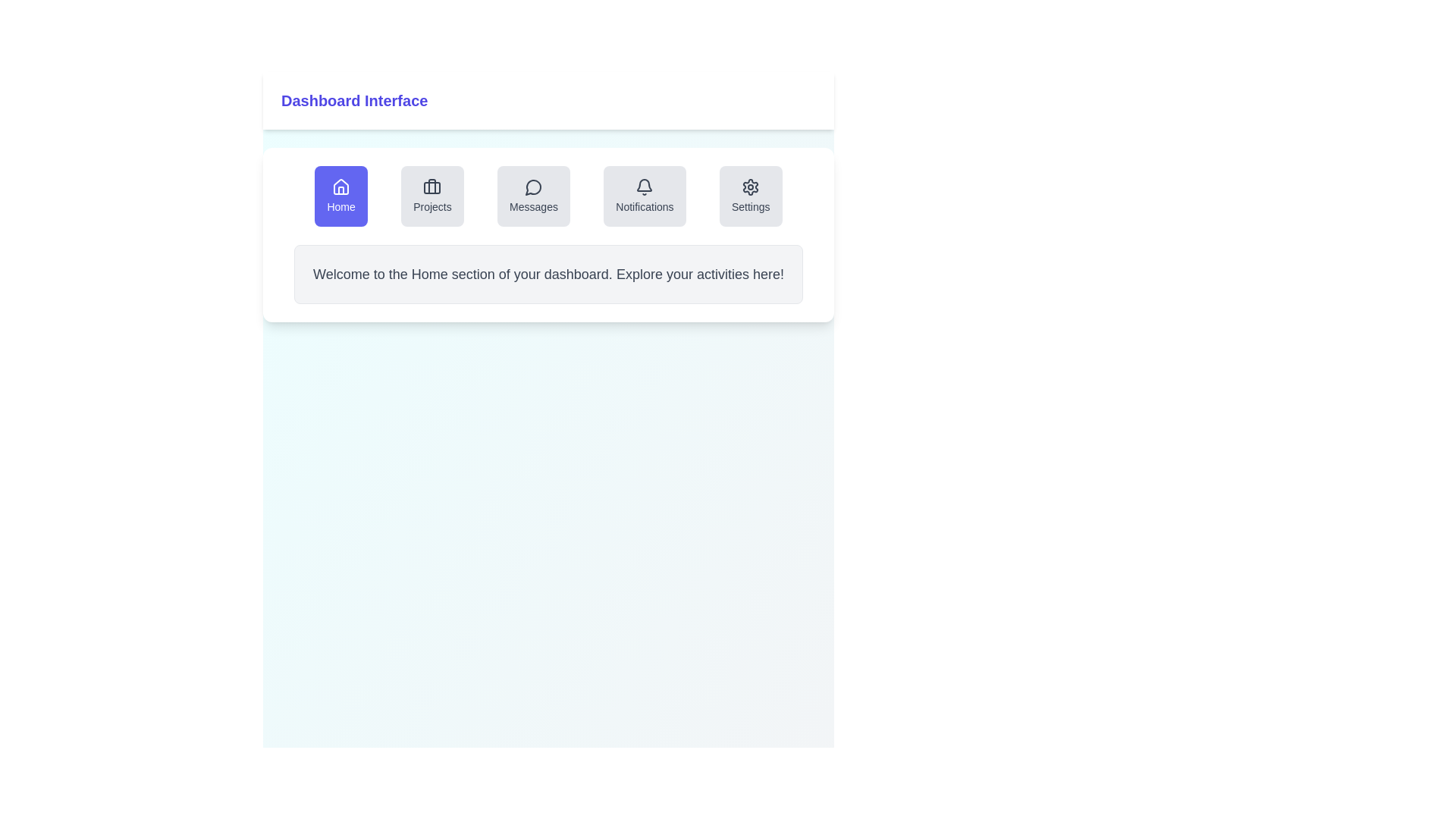 The height and width of the screenshot is (819, 1456). I want to click on the graphical element that represents the briefcase icon, located second in a row of five icons directly below the 'Projects' label, so click(431, 187).